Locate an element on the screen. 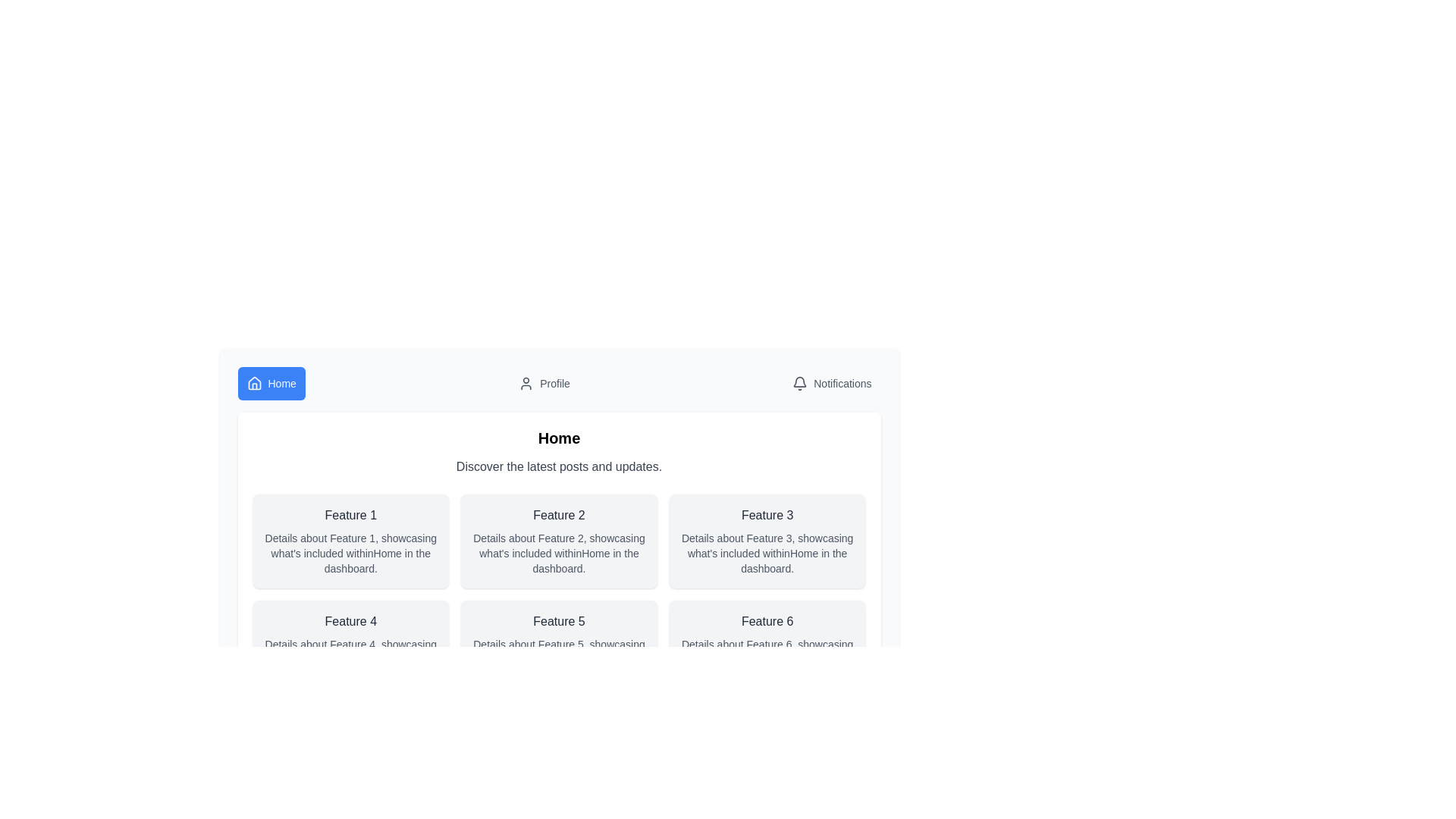  static text that describes 'Feature 3', which is styled in a smaller gray font beneath the heading in the third feature card is located at coordinates (767, 553).